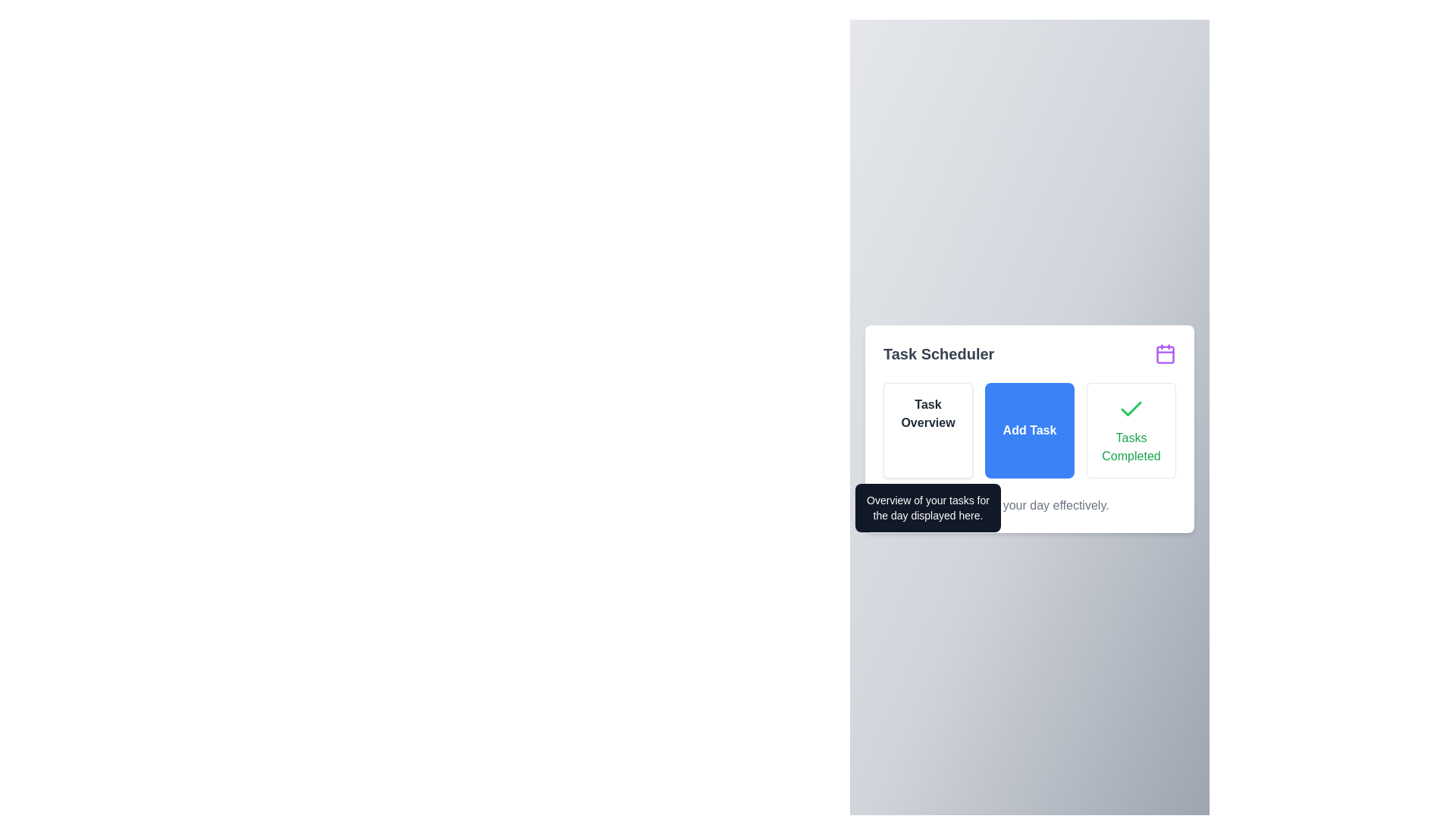 The image size is (1456, 819). I want to click on the informational message text located at the bottom of the 'Task Scheduler' card, which provides tips for organizing daily tasks, so click(1030, 506).